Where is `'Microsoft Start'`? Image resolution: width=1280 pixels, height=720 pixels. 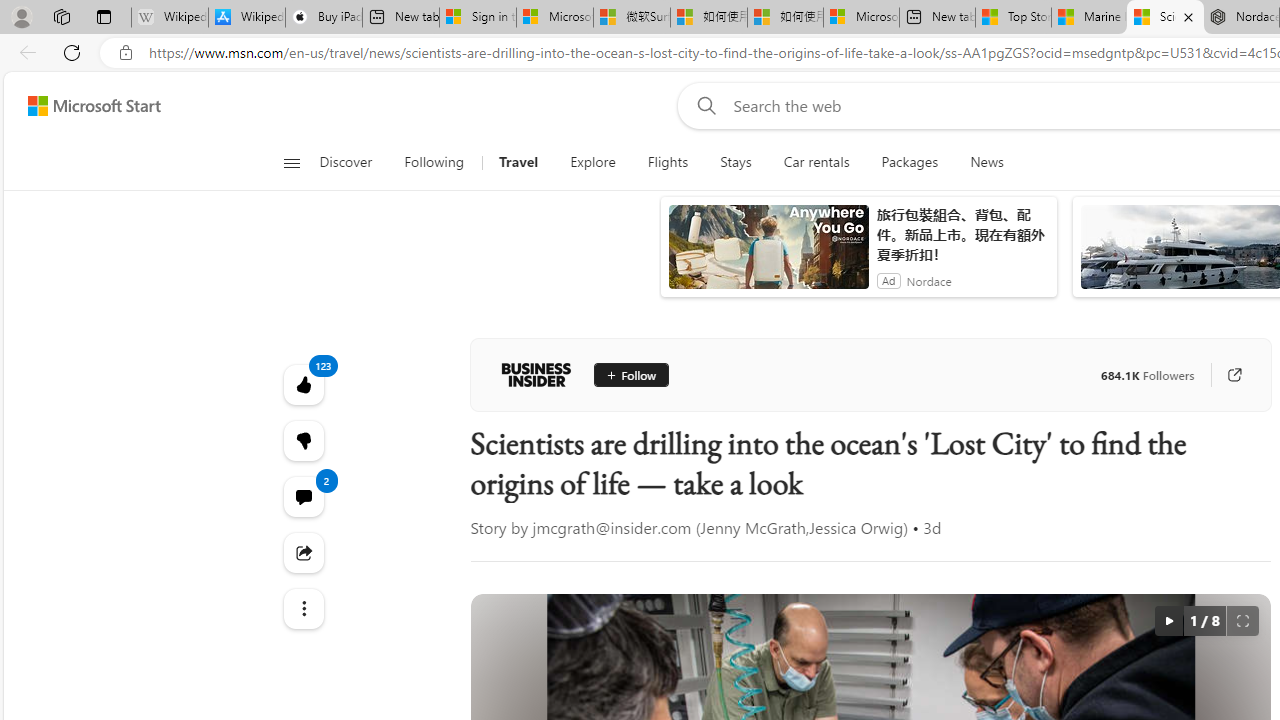 'Microsoft Start' is located at coordinates (93, 105).